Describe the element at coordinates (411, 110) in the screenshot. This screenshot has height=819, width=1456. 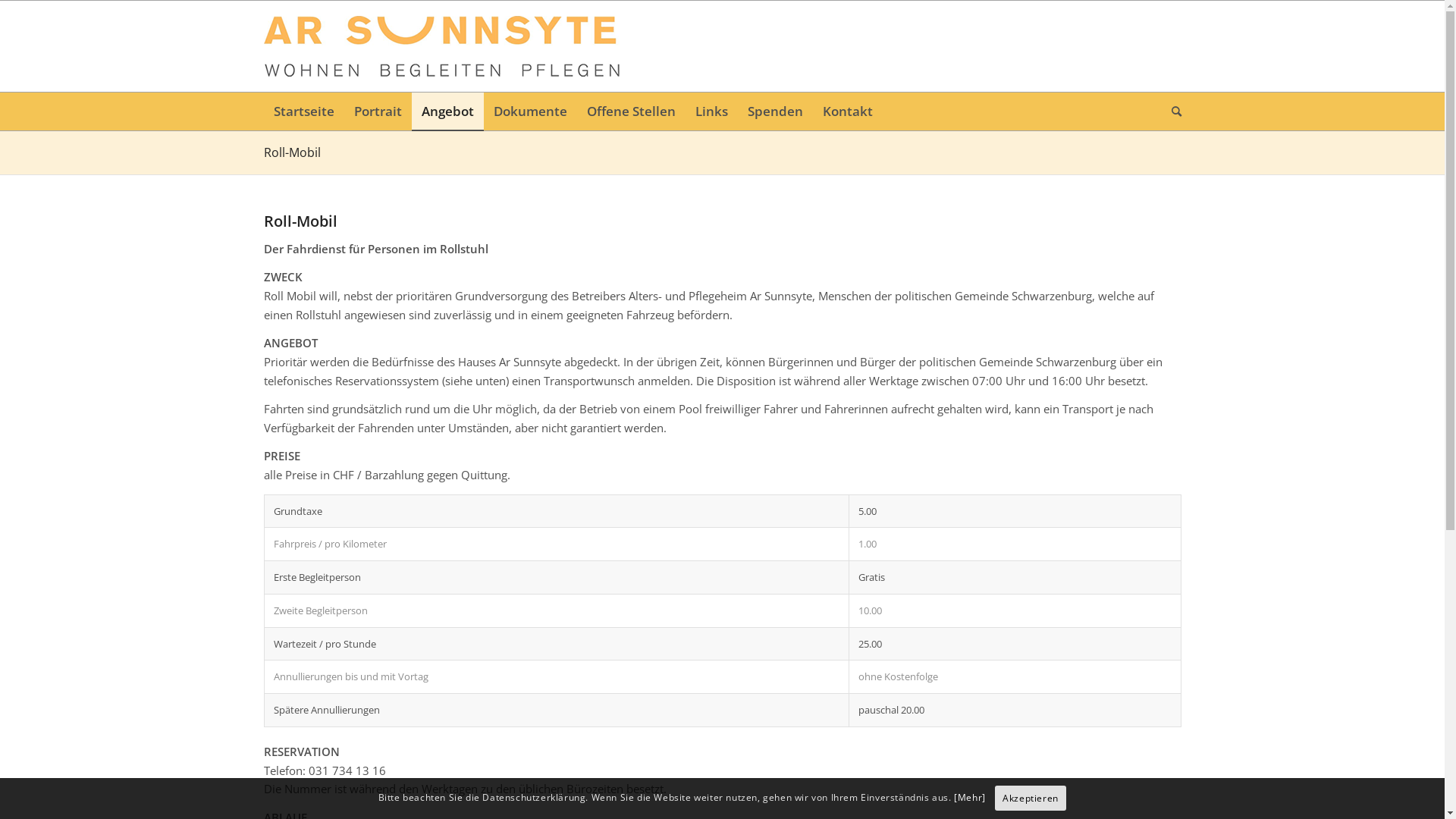
I see `'Angebot'` at that location.